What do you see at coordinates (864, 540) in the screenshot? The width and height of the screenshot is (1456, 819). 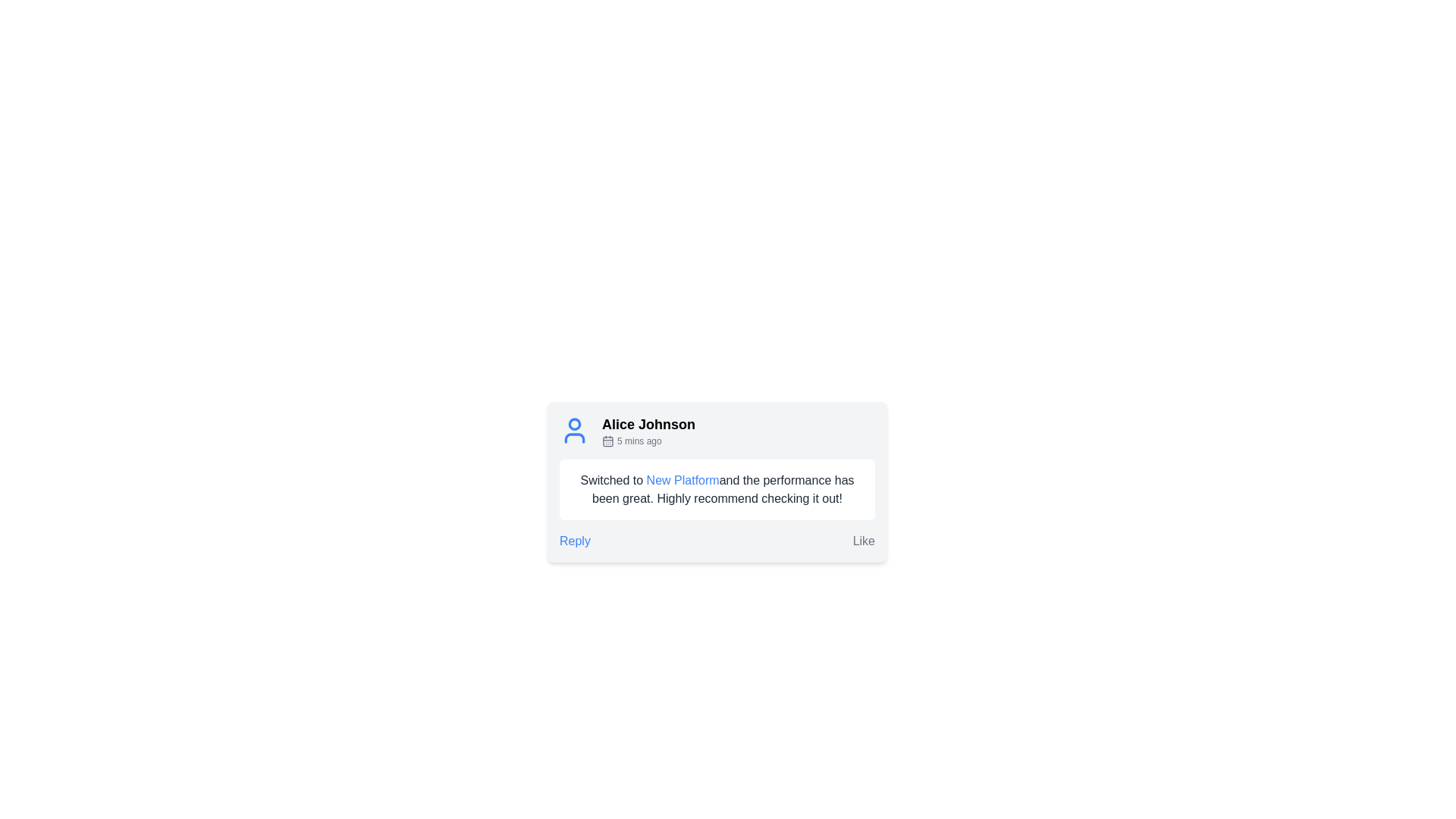 I see `the 'Like' button located on the lower right corner of the card component, which is a text label in gray font that changes to a darker shade when hovered over` at bounding box center [864, 540].